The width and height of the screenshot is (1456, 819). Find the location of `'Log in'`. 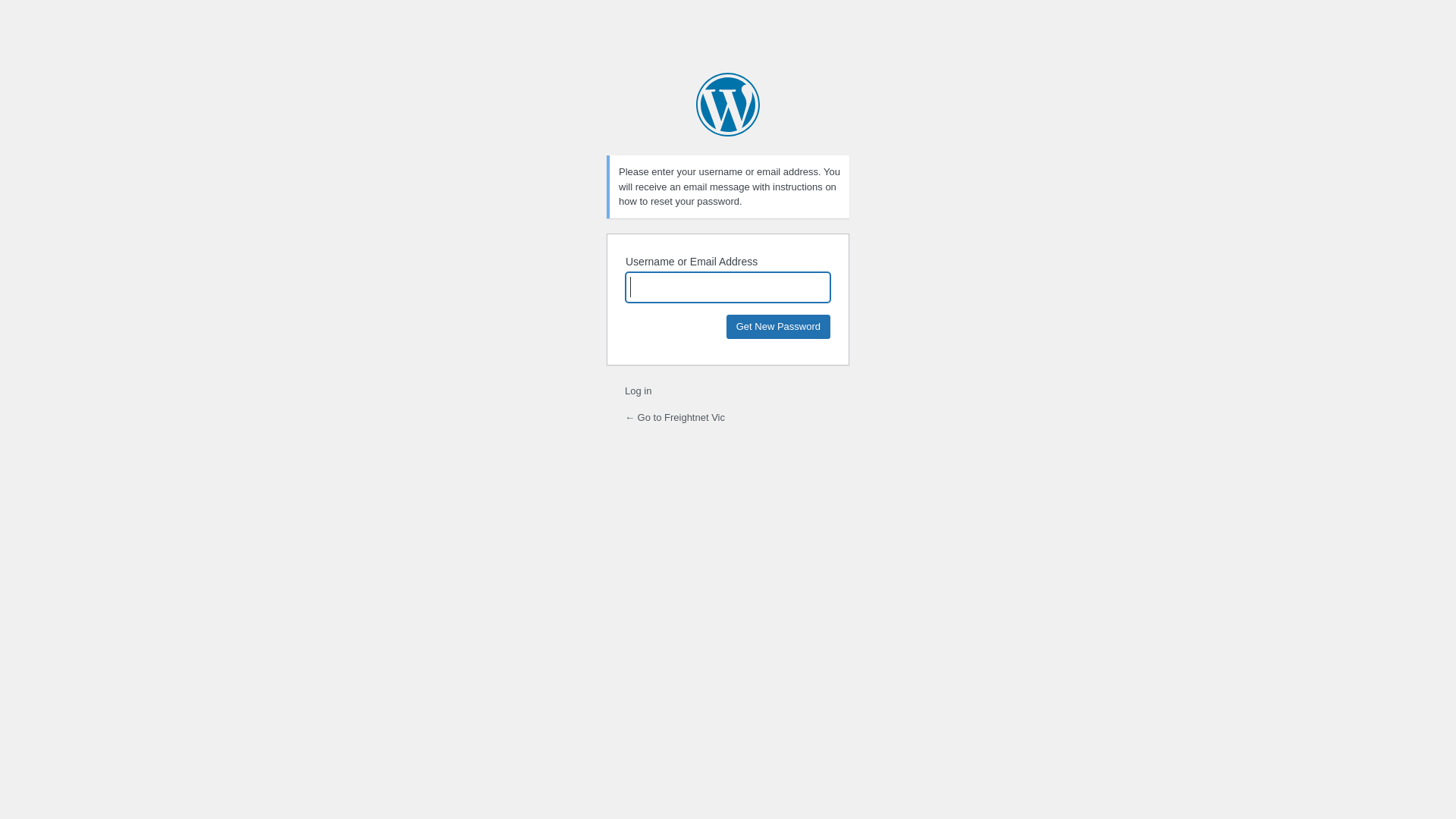

'Log in' is located at coordinates (625, 390).